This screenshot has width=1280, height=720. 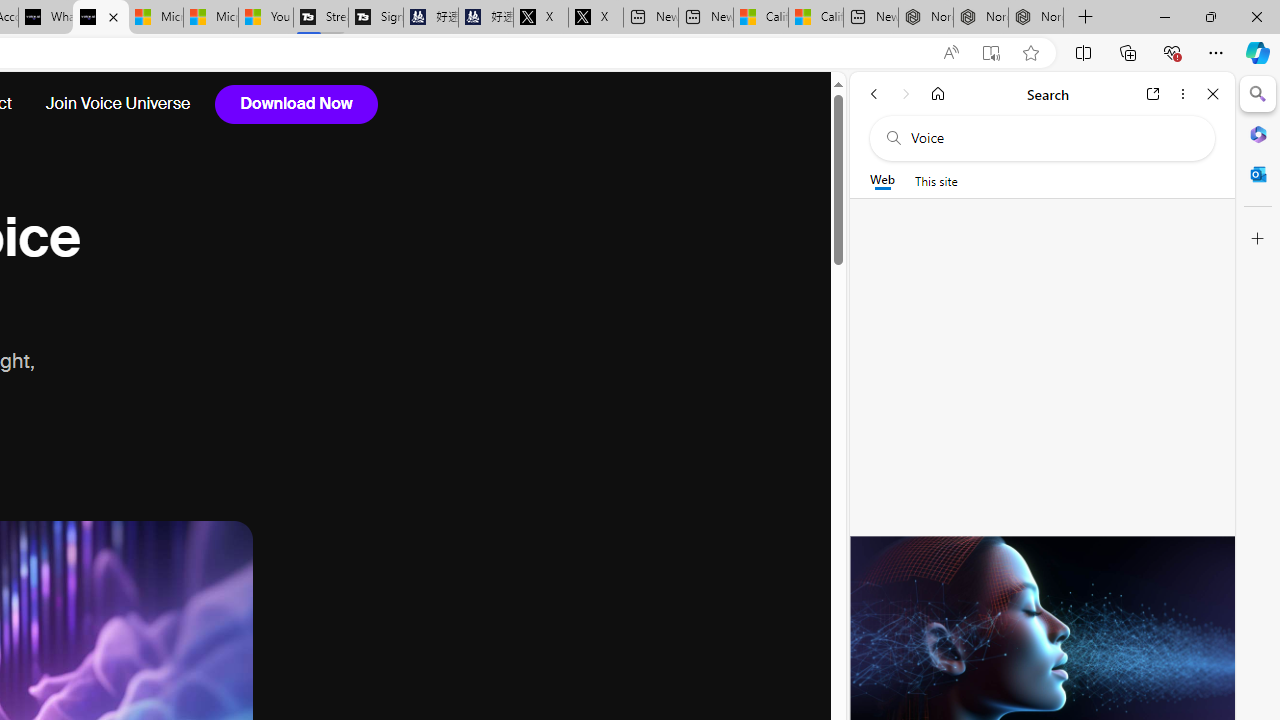 What do you see at coordinates (925, 17) in the screenshot?
I see `'Nordace - Best Sellers'` at bounding box center [925, 17].